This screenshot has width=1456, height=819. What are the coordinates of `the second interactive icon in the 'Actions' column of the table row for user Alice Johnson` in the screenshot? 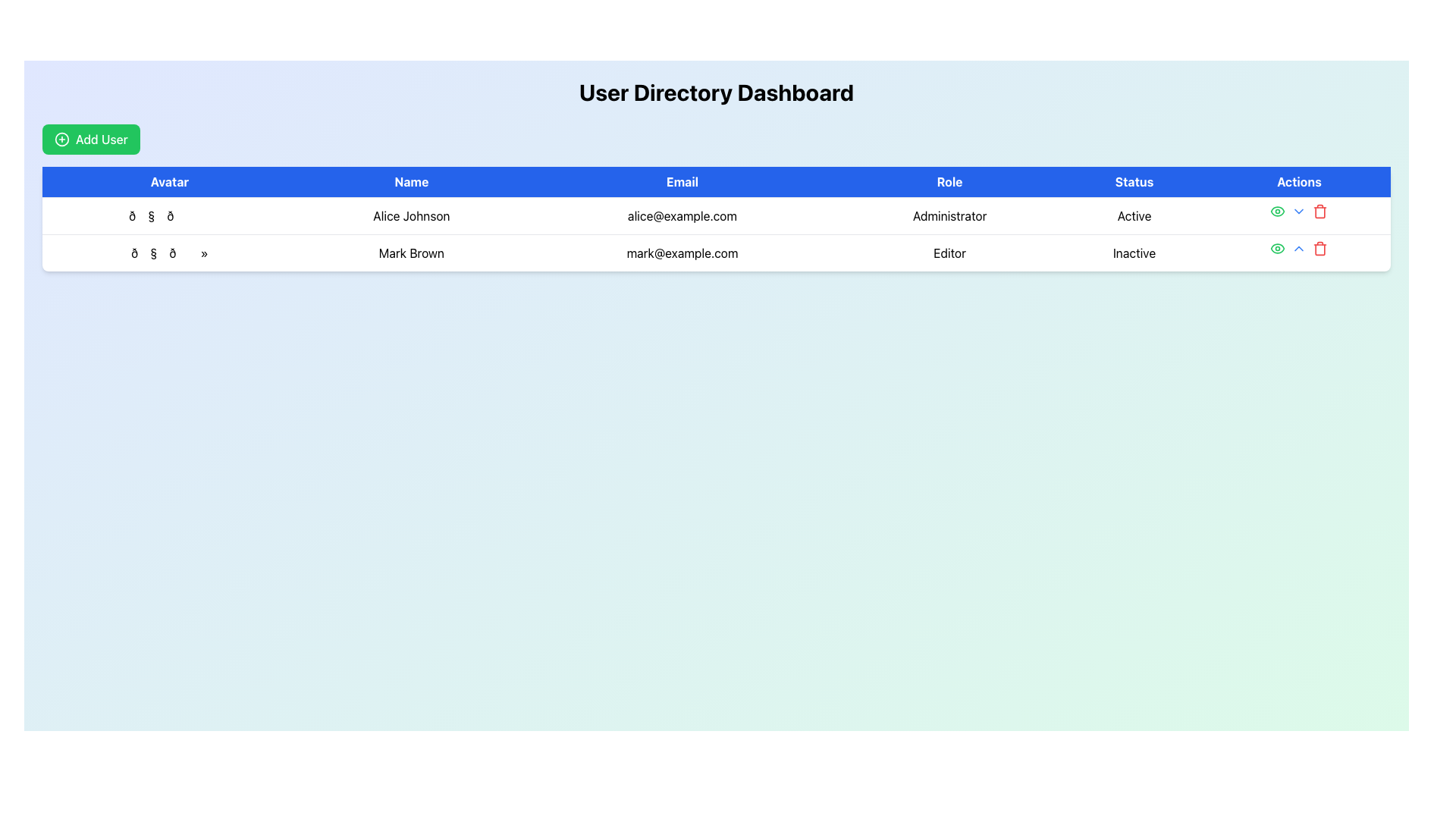 It's located at (1298, 211).